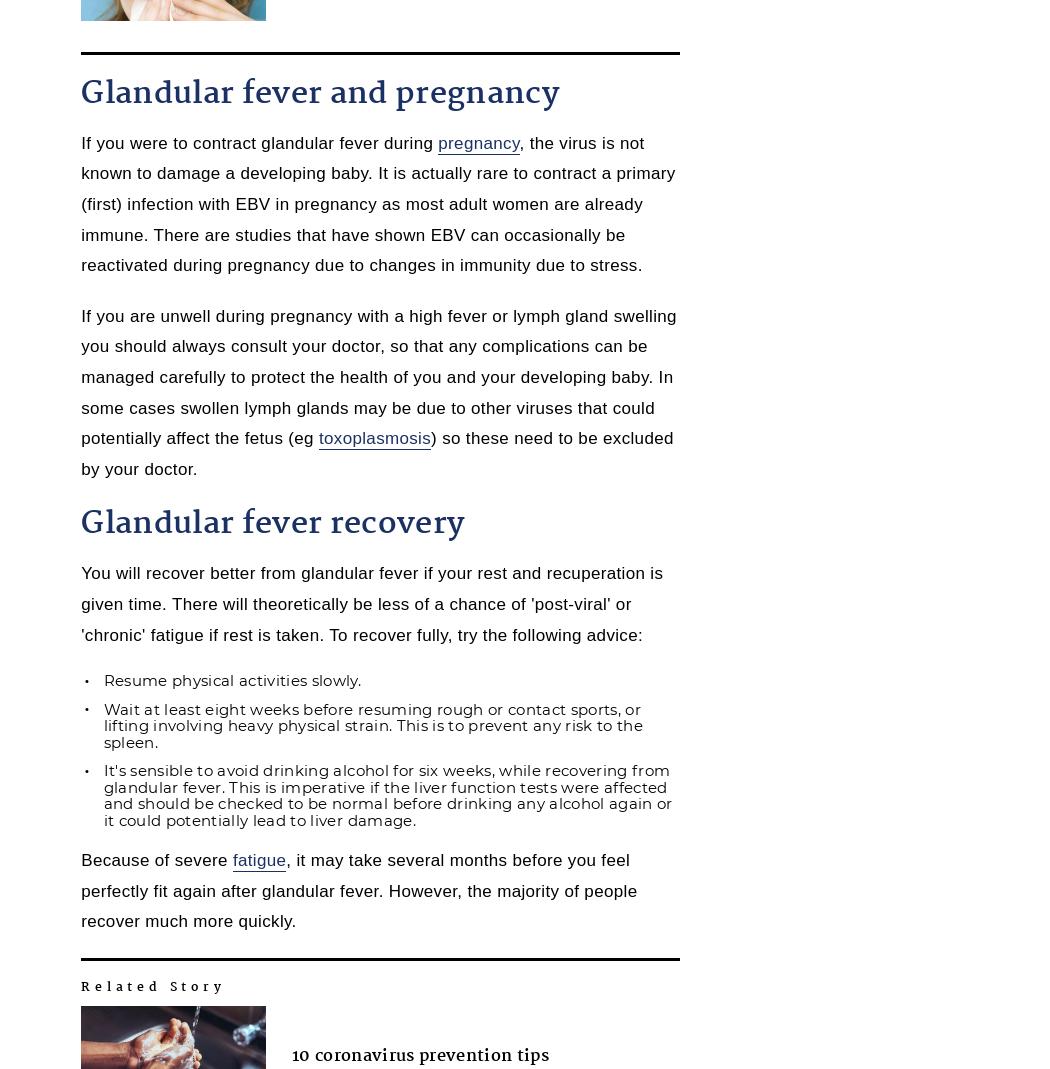 The width and height of the screenshot is (1050, 1069). I want to click on 'Wait at least eight weeks before resuming rough or contact sports, or lifting involving heavy physical strain. This is to prevent any risk to the spleen.', so click(371, 723).